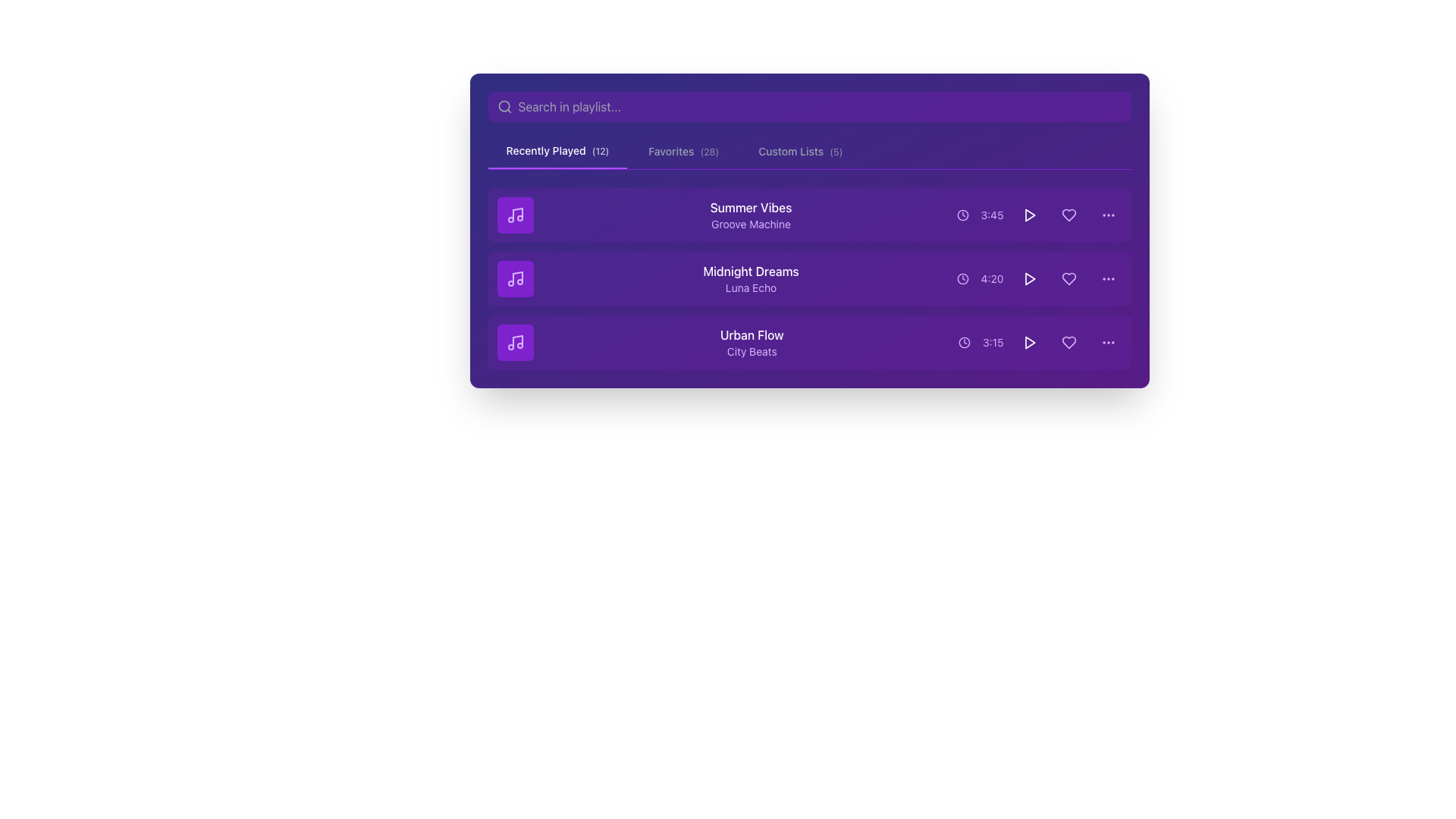  What do you see at coordinates (1068, 278) in the screenshot?
I see `the heart-shaped icon to favorite or unfavorite the 'Midnight Dreams' song` at bounding box center [1068, 278].